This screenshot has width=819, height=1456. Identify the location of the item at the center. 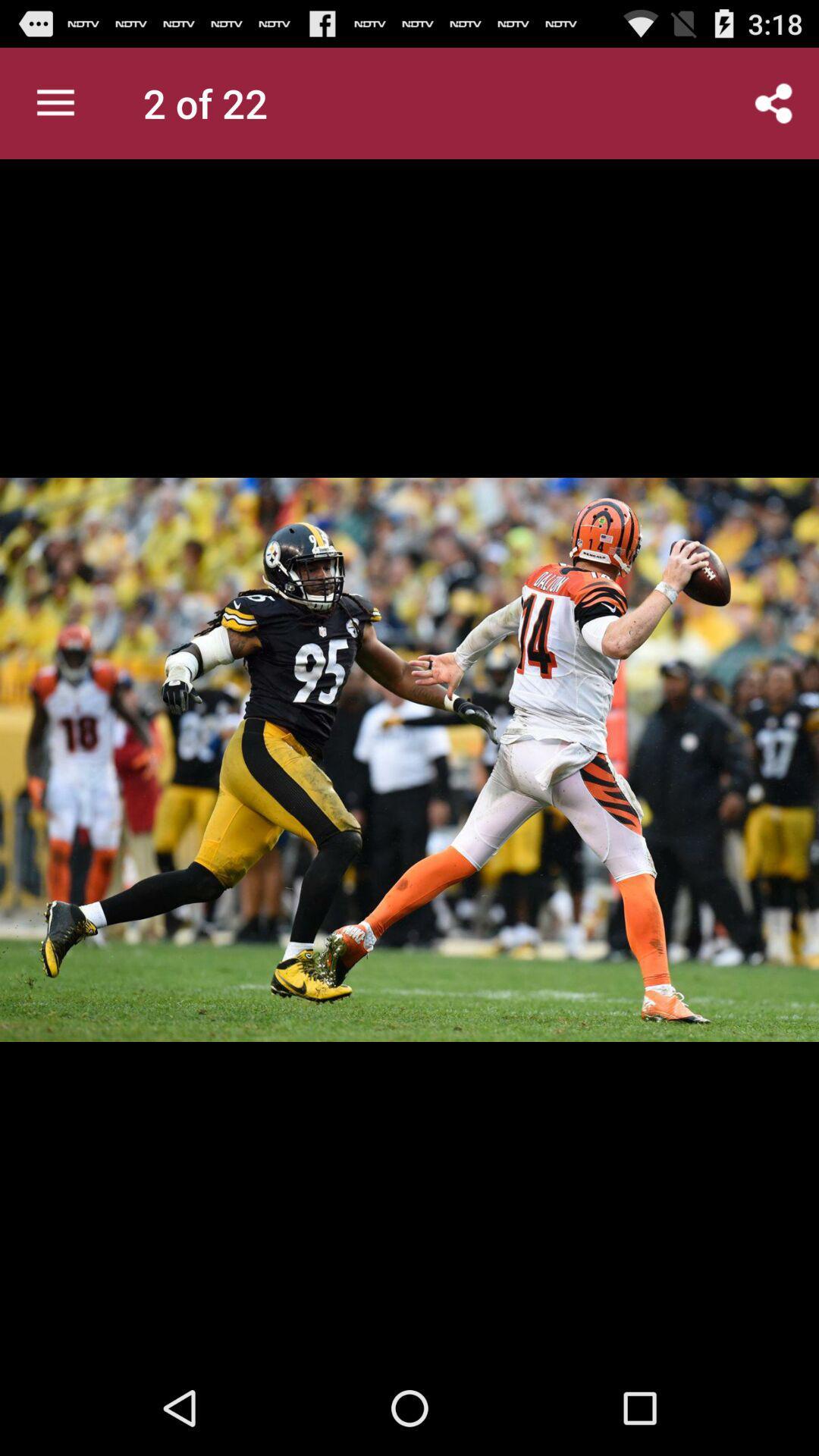
(409, 760).